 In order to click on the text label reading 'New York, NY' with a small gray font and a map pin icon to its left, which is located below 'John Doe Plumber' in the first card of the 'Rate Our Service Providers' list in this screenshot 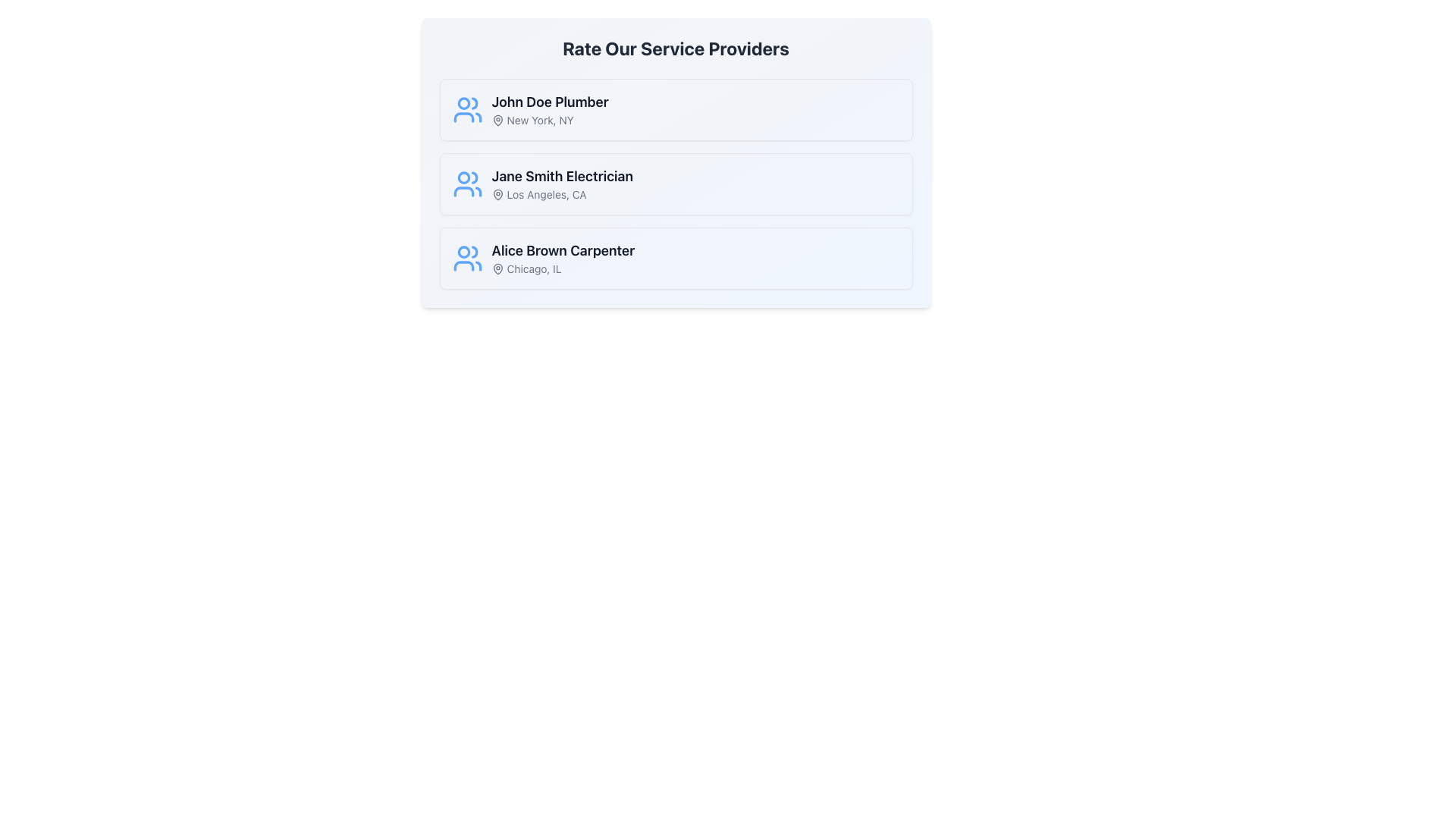, I will do `click(549, 119)`.